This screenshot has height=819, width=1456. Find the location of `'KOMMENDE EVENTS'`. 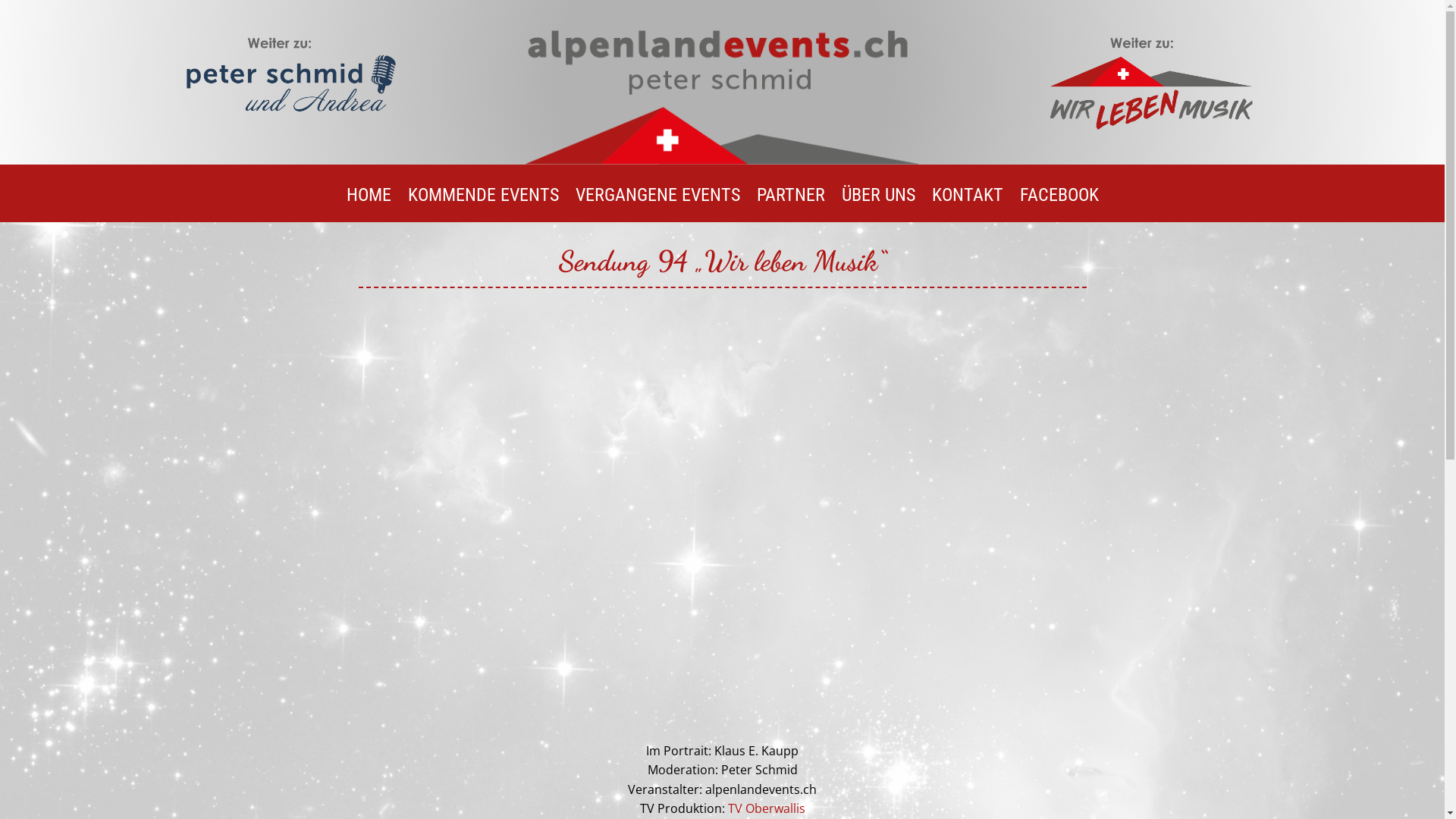

'KOMMENDE EVENTS' is located at coordinates (482, 206).